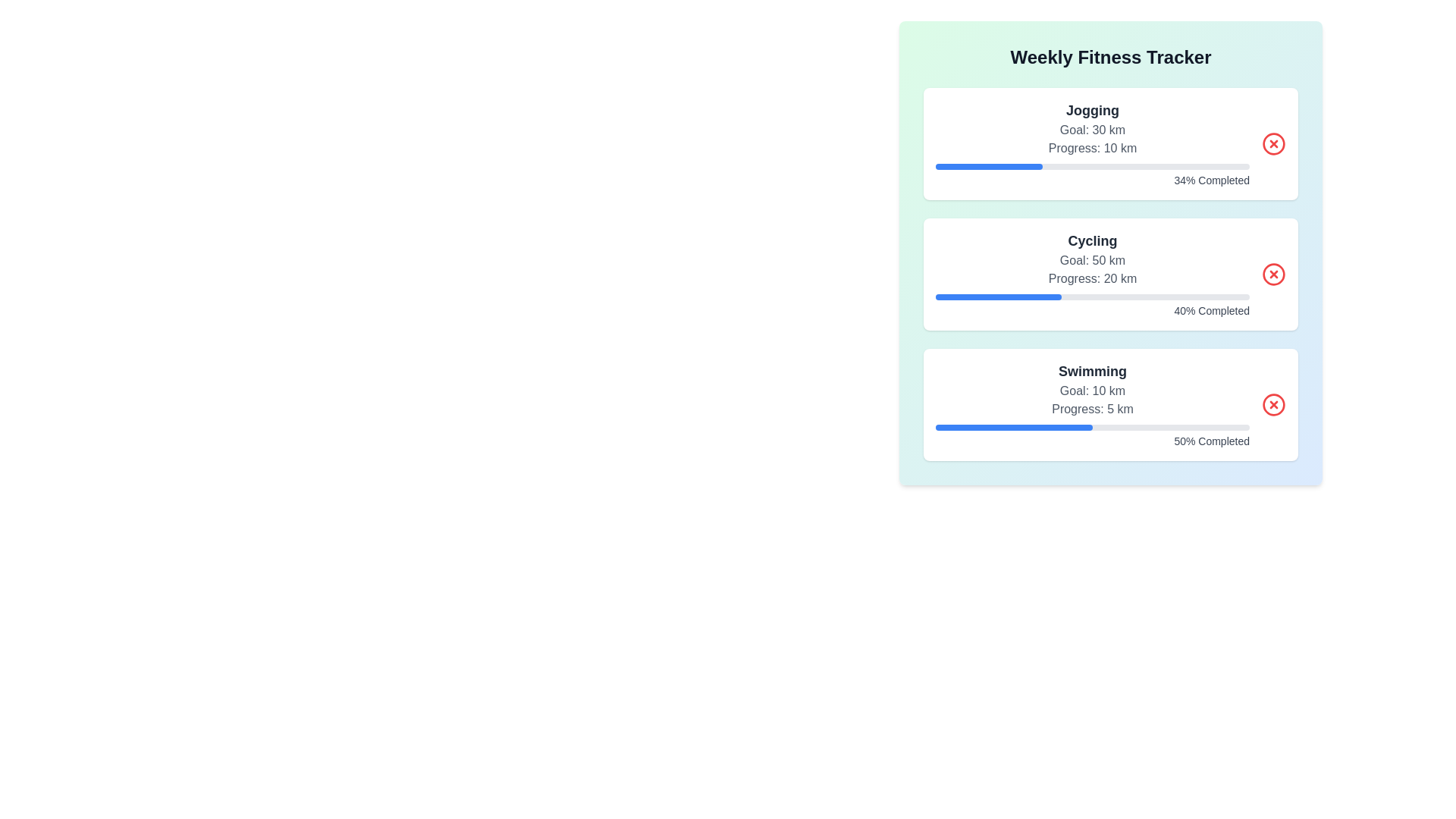  What do you see at coordinates (998, 297) in the screenshot?
I see `the filled portion of the progress bar indicating 40% completion for the 'Cycling' activity` at bounding box center [998, 297].